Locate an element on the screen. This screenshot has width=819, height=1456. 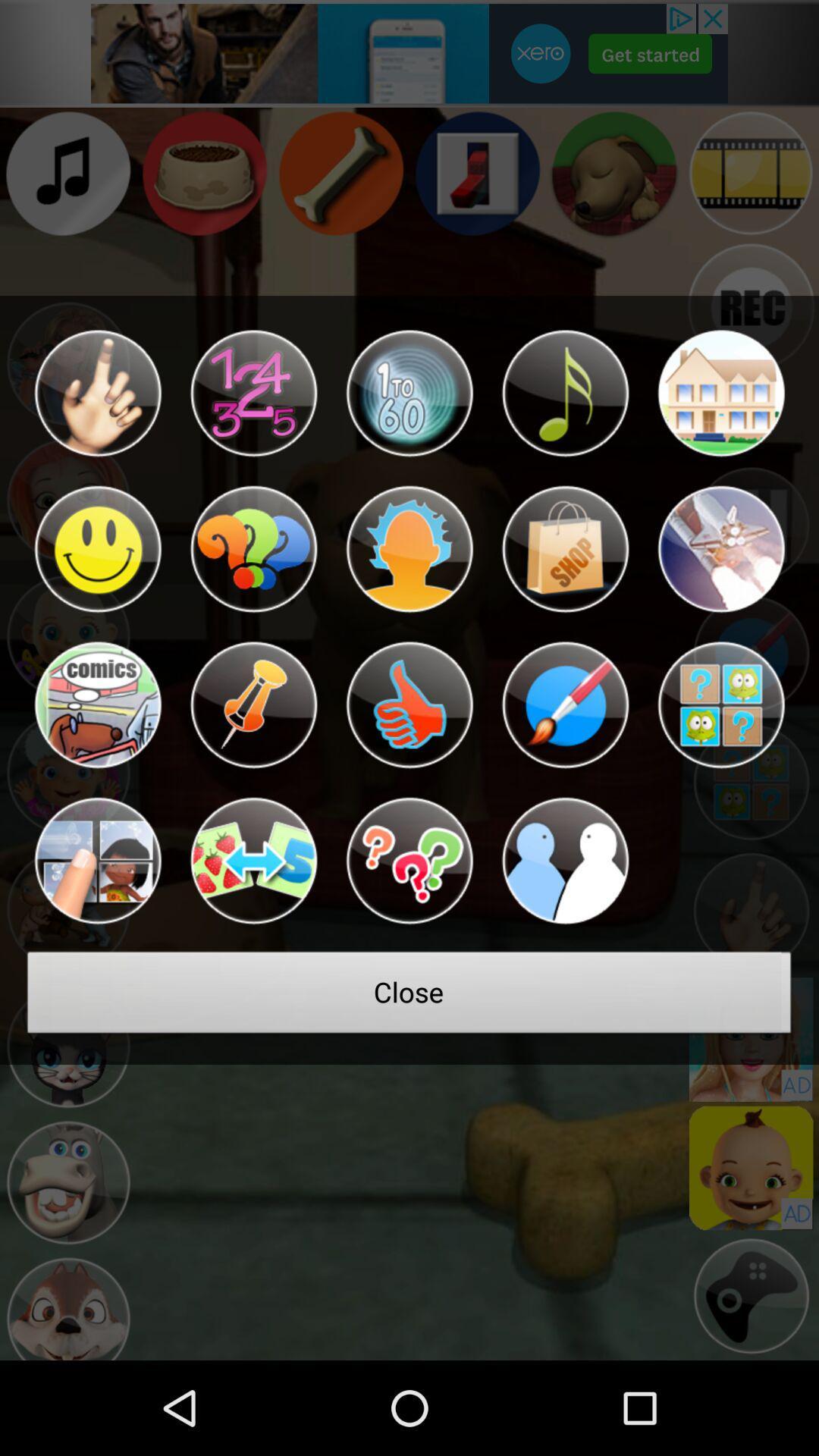
the swap icon is located at coordinates (253, 921).